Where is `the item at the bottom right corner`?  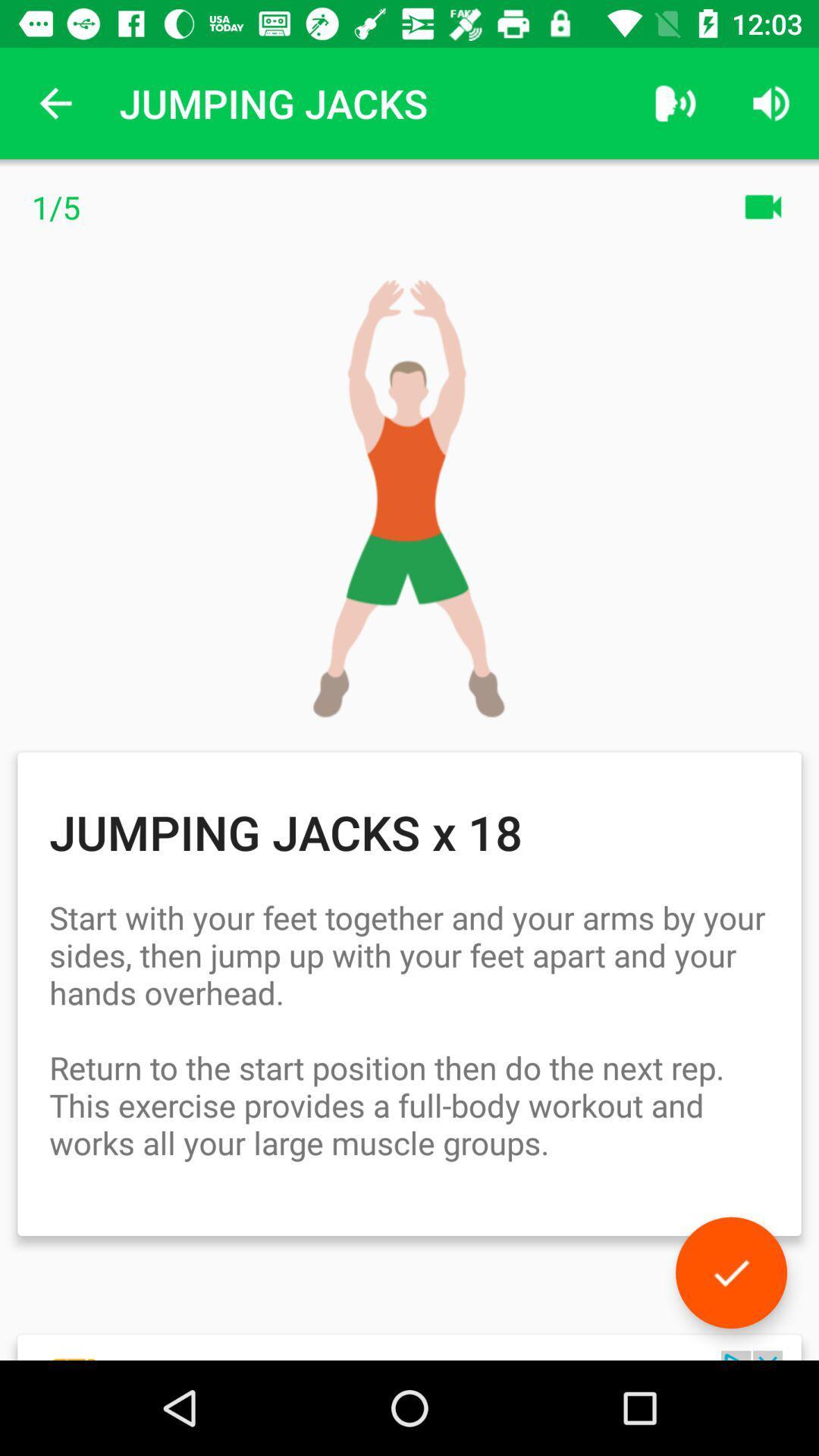
the item at the bottom right corner is located at coordinates (730, 1272).